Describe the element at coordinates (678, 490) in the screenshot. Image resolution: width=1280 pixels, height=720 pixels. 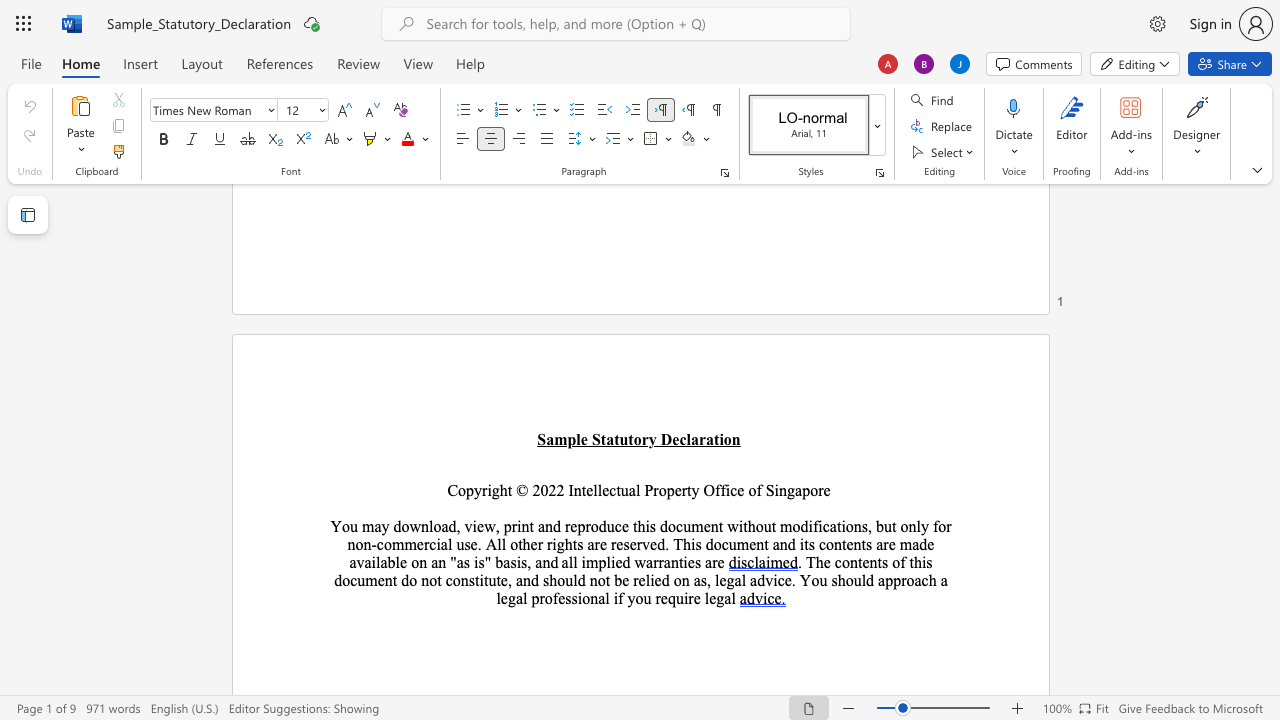
I see `the 3th character "e" in the text` at that location.